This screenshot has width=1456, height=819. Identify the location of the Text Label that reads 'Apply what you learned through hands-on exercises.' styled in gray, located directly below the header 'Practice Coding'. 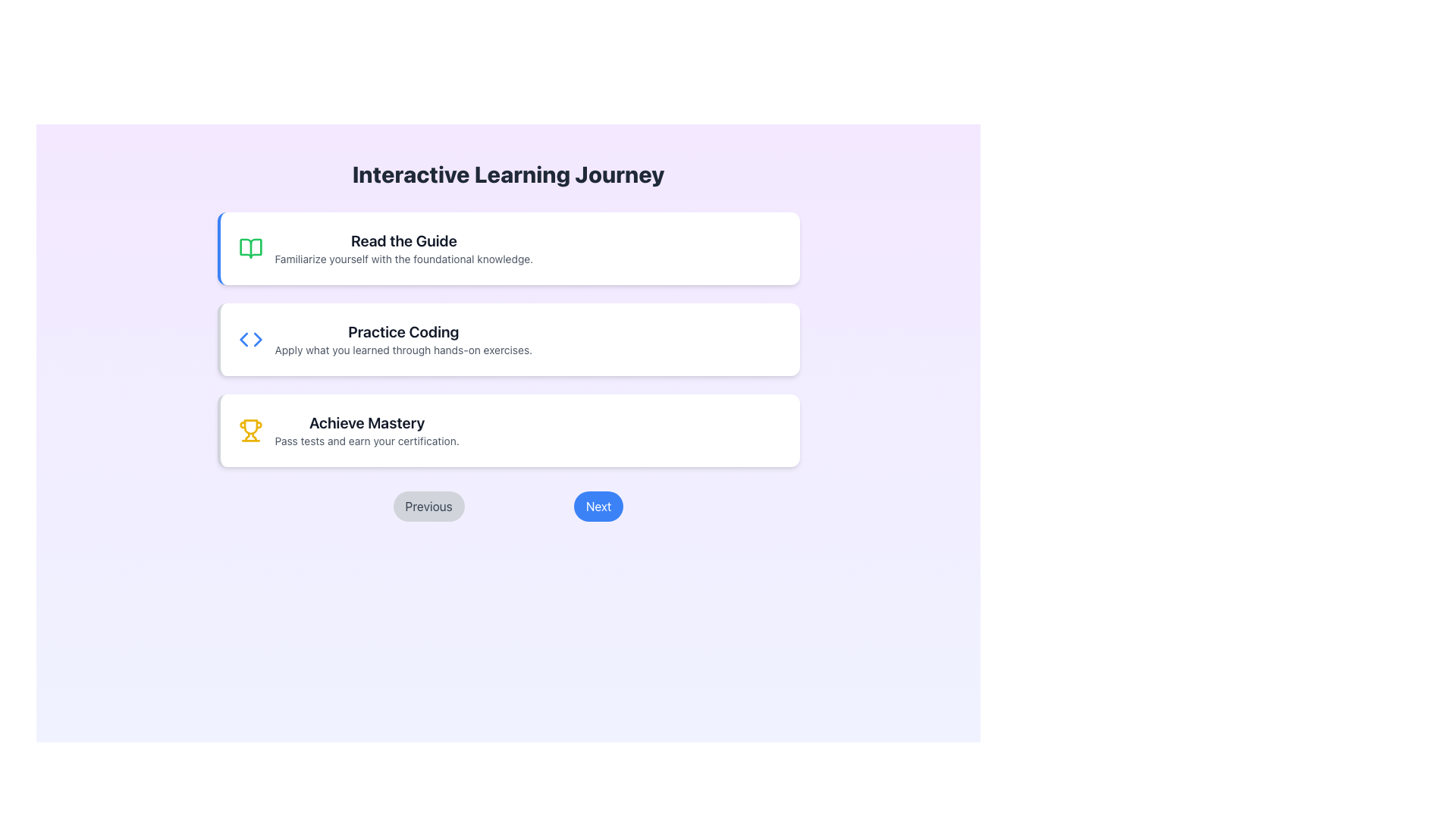
(403, 350).